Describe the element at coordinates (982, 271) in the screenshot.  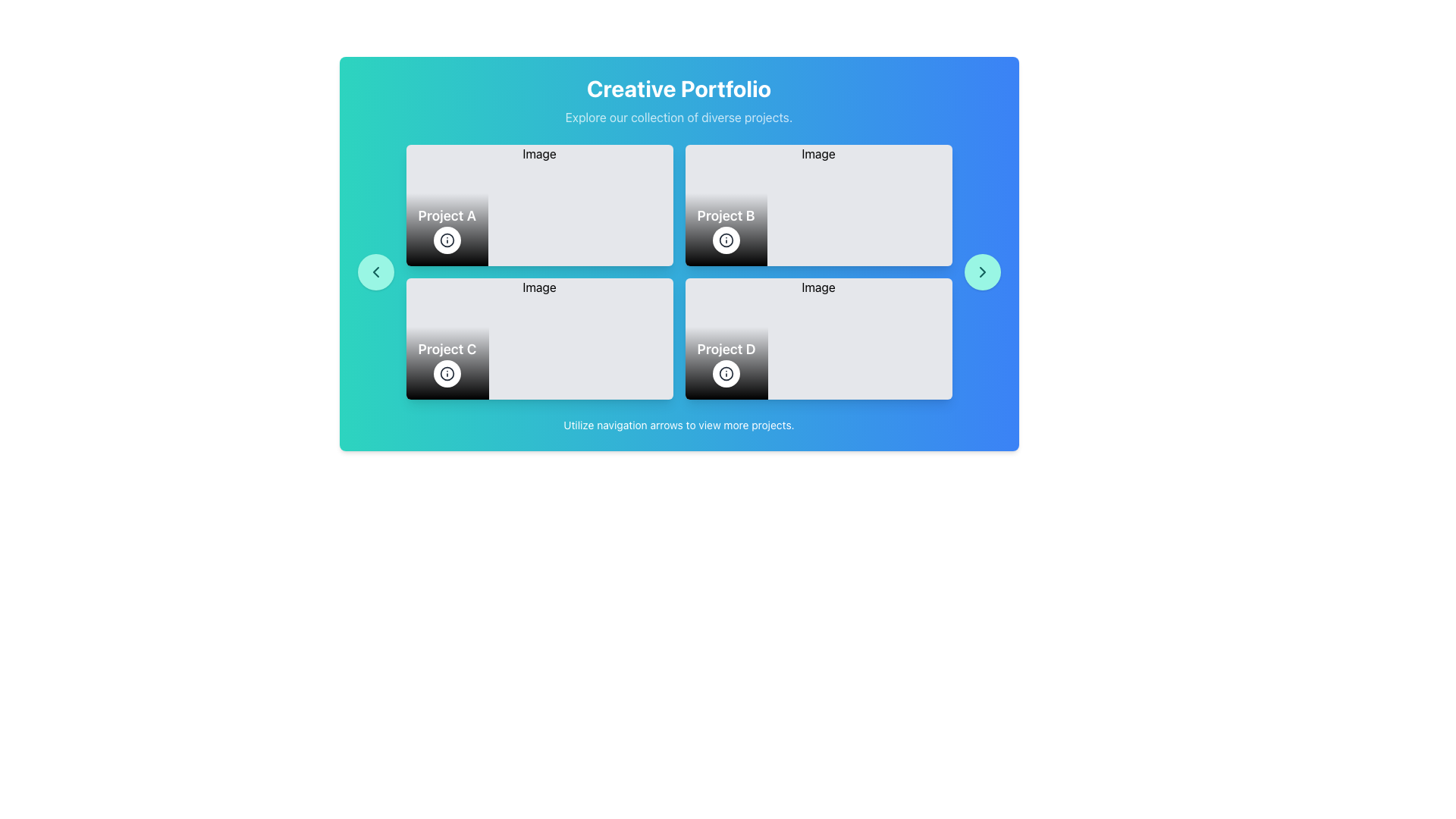
I see `the right-pointing chevron icon embedded in the button` at that location.